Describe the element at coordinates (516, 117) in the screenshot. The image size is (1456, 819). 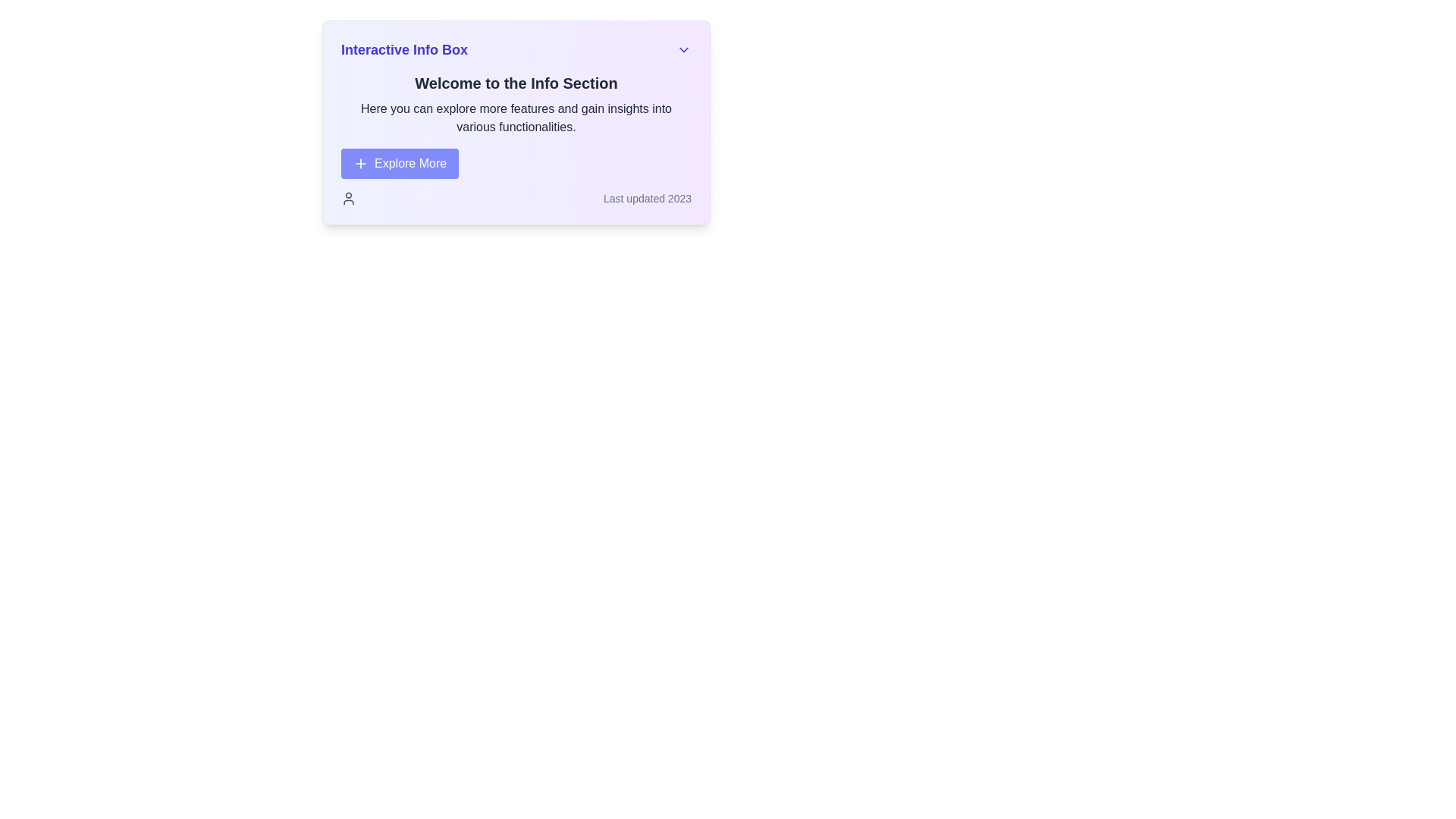
I see `descriptive text content located directly beneath the header 'Welcome to the Info Section' and above the 'Explore More' button` at that location.